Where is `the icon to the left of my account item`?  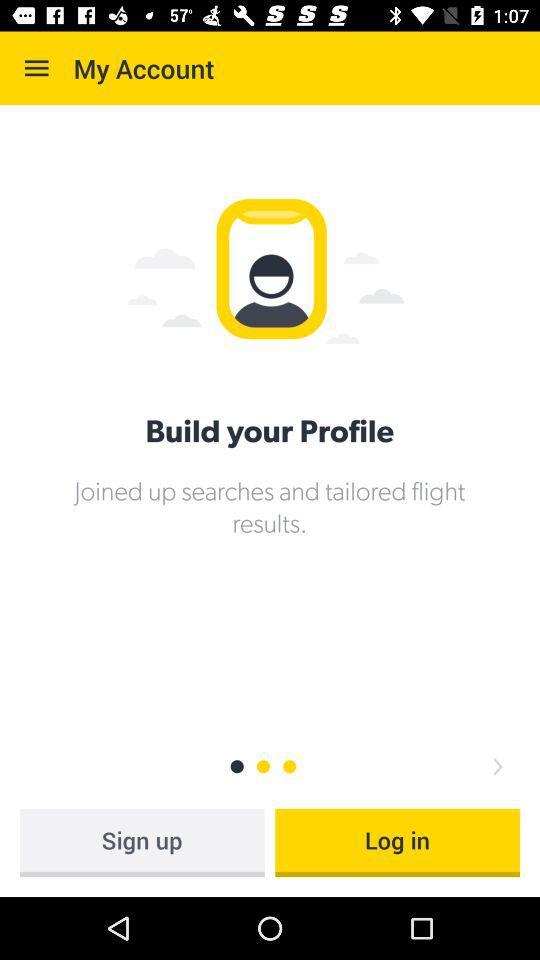 the icon to the left of my account item is located at coordinates (36, 68).